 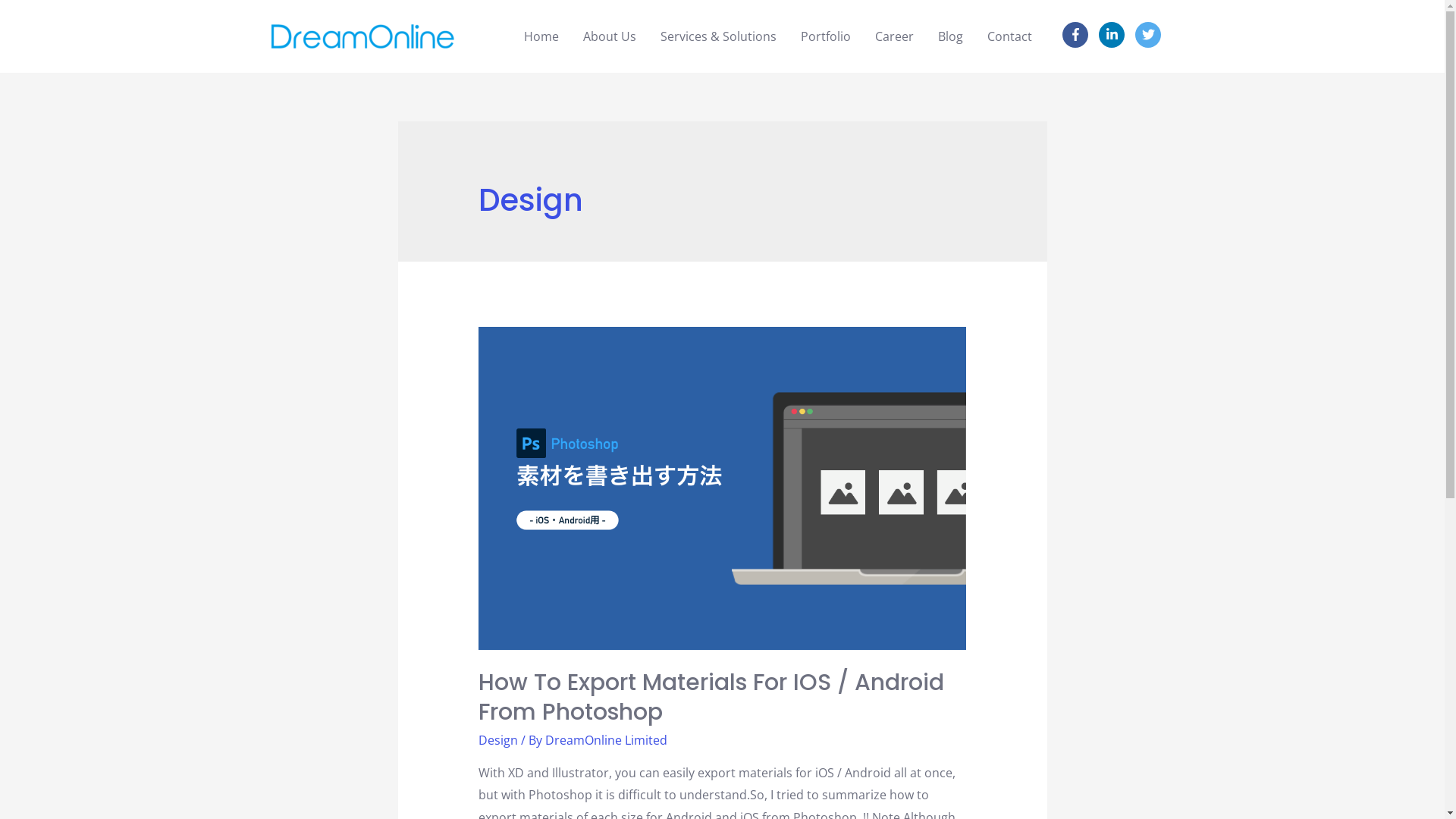 What do you see at coordinates (605, 739) in the screenshot?
I see `'DreamOnline Limited'` at bounding box center [605, 739].